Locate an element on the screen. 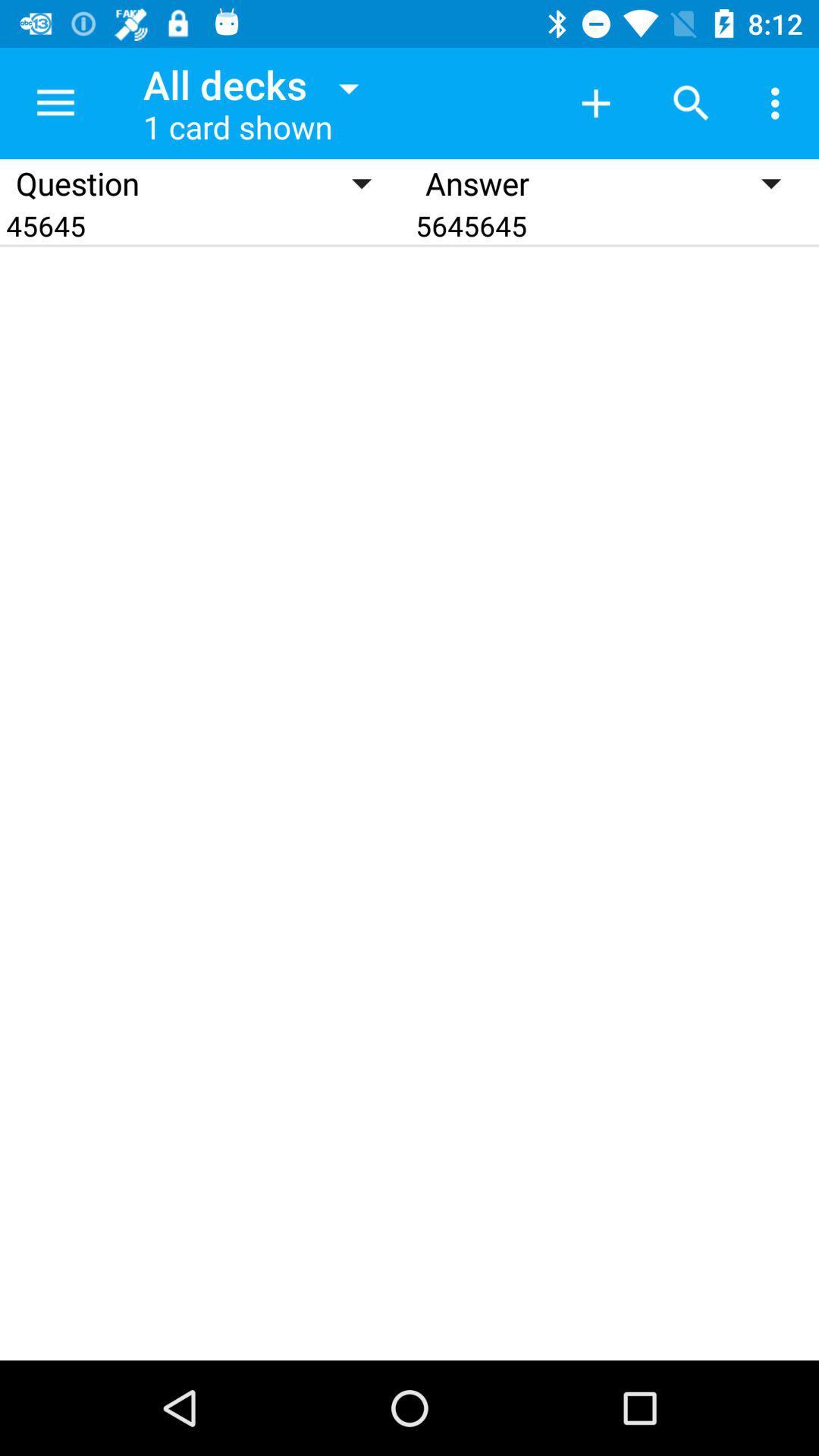  icon next to answer icon is located at coordinates (205, 224).